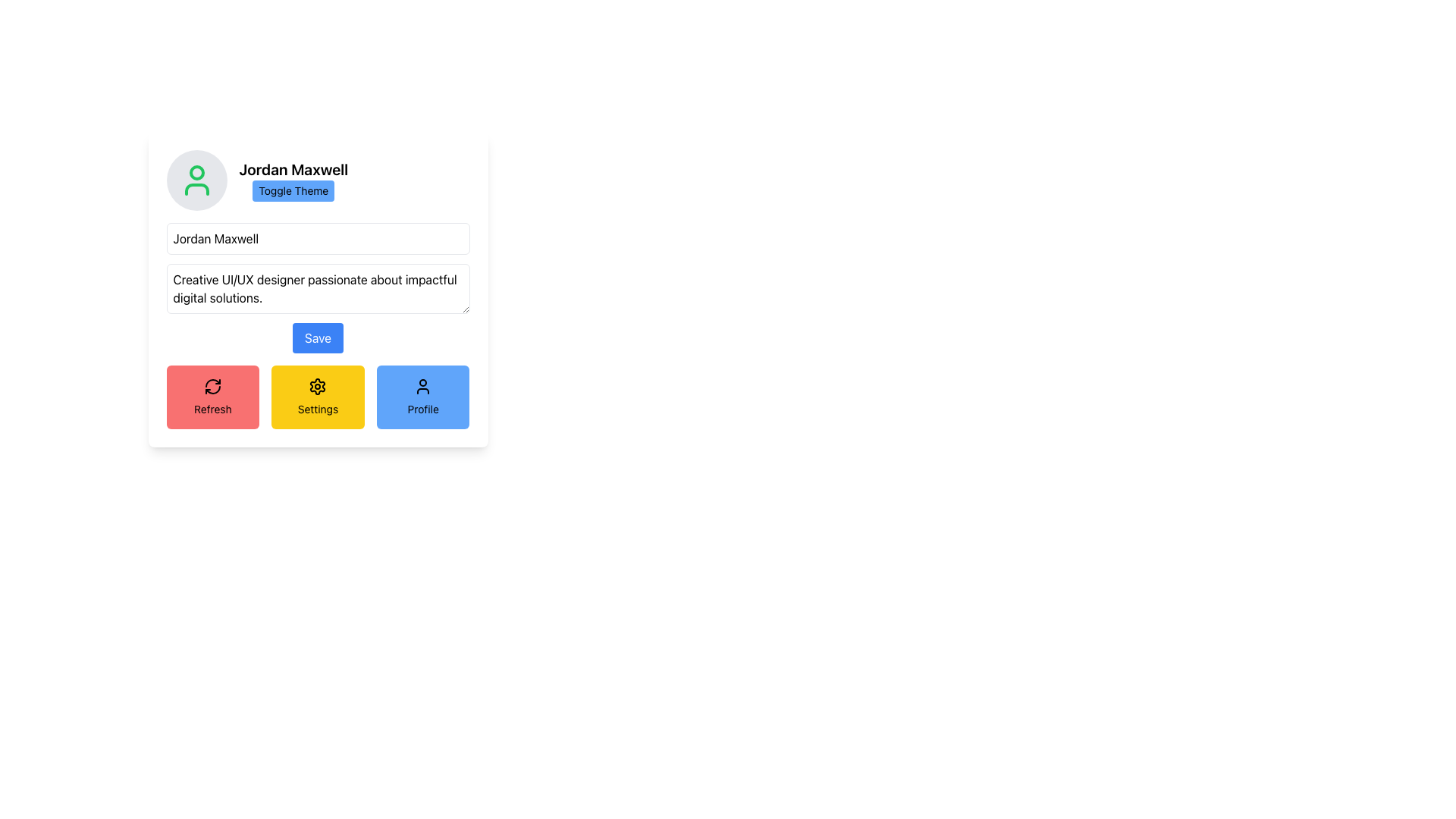  Describe the element at coordinates (423, 409) in the screenshot. I see `text information from the descriptive label that clarifies the purpose of the button to access the 'Profile' section, which is positioned at the bottom of the blue-rounded rectangular button` at that location.